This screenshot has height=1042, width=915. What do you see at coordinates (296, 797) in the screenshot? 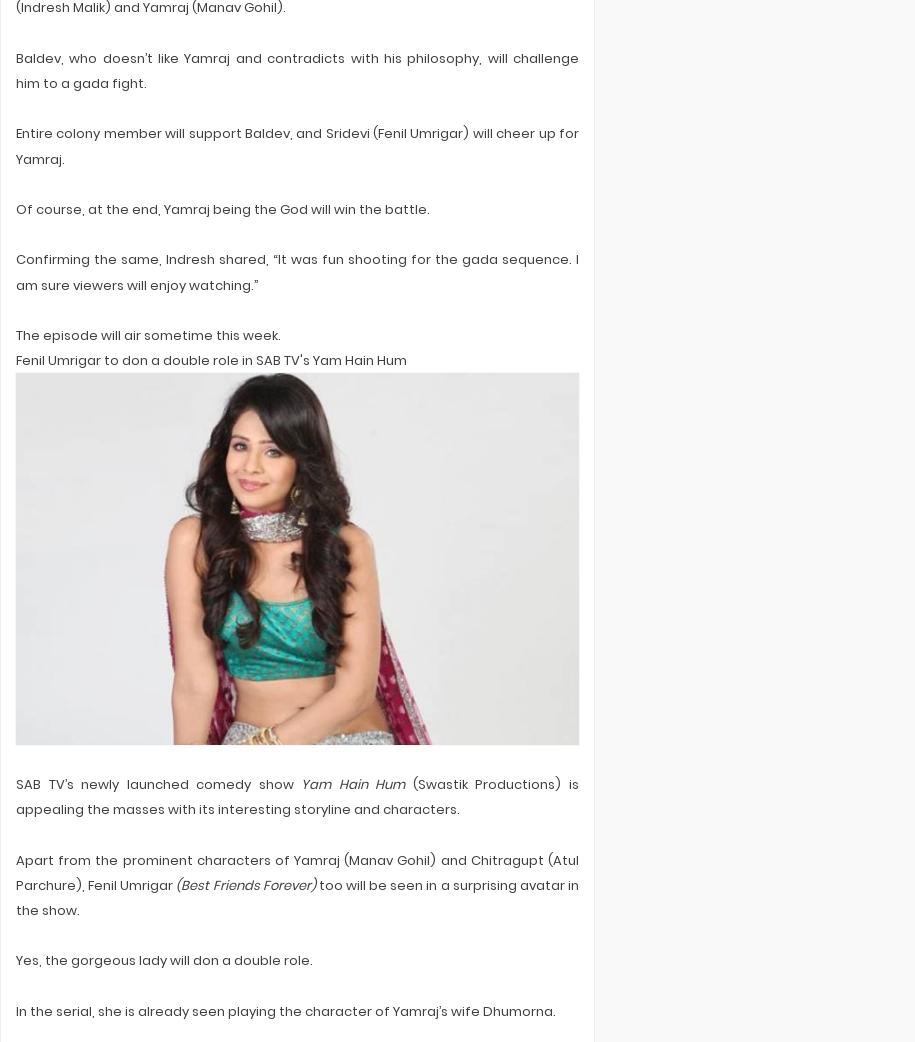
I see `'(Swastik Productions) is appealing the masses with its interesting storyline and characters.'` at bounding box center [296, 797].